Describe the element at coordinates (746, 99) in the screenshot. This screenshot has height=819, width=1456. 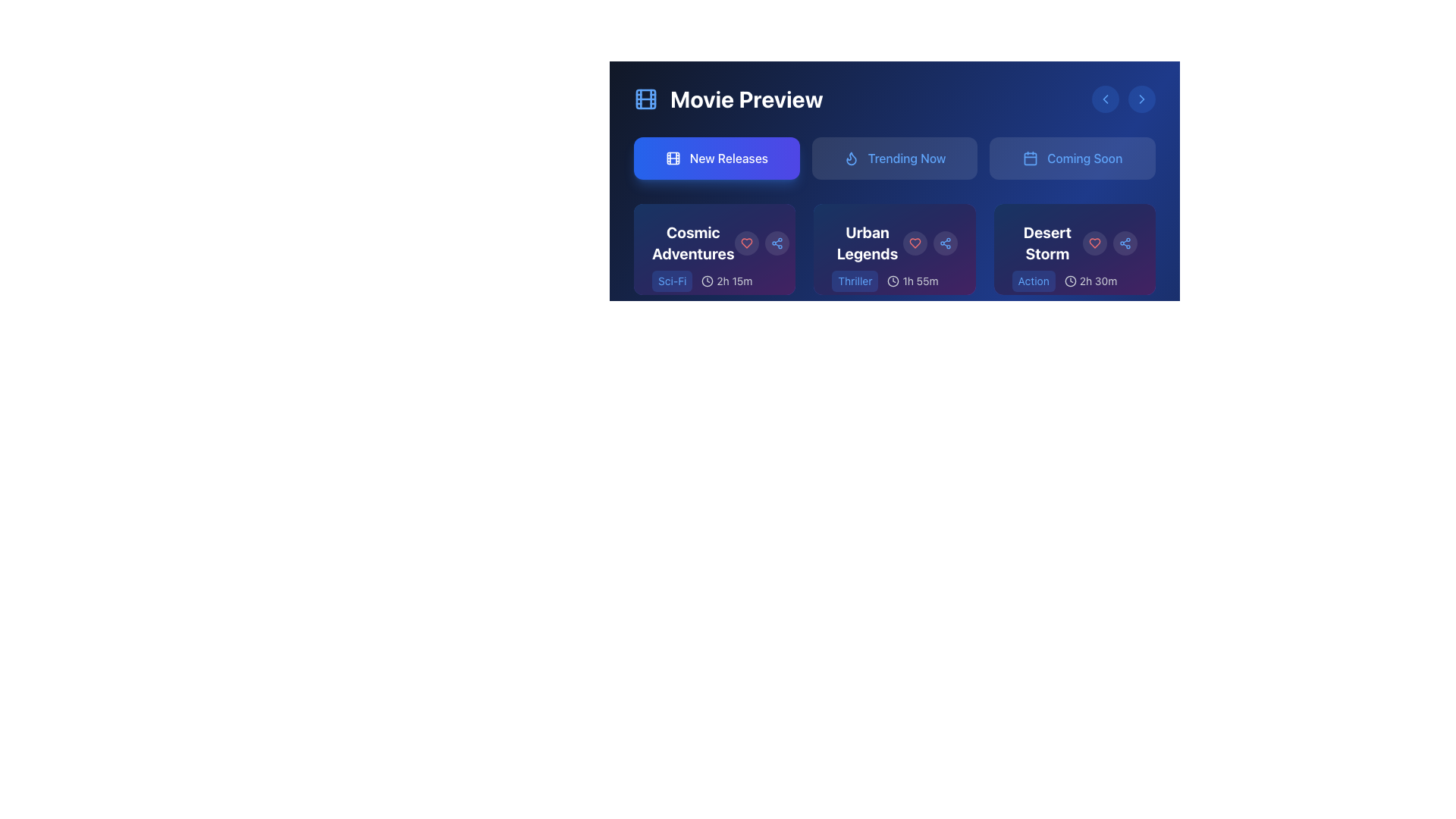
I see `the prominent heading with the text 'Movie Preview' styled in large, bold, white font against a dark blue background, located near the top-left corner of the interface` at that location.